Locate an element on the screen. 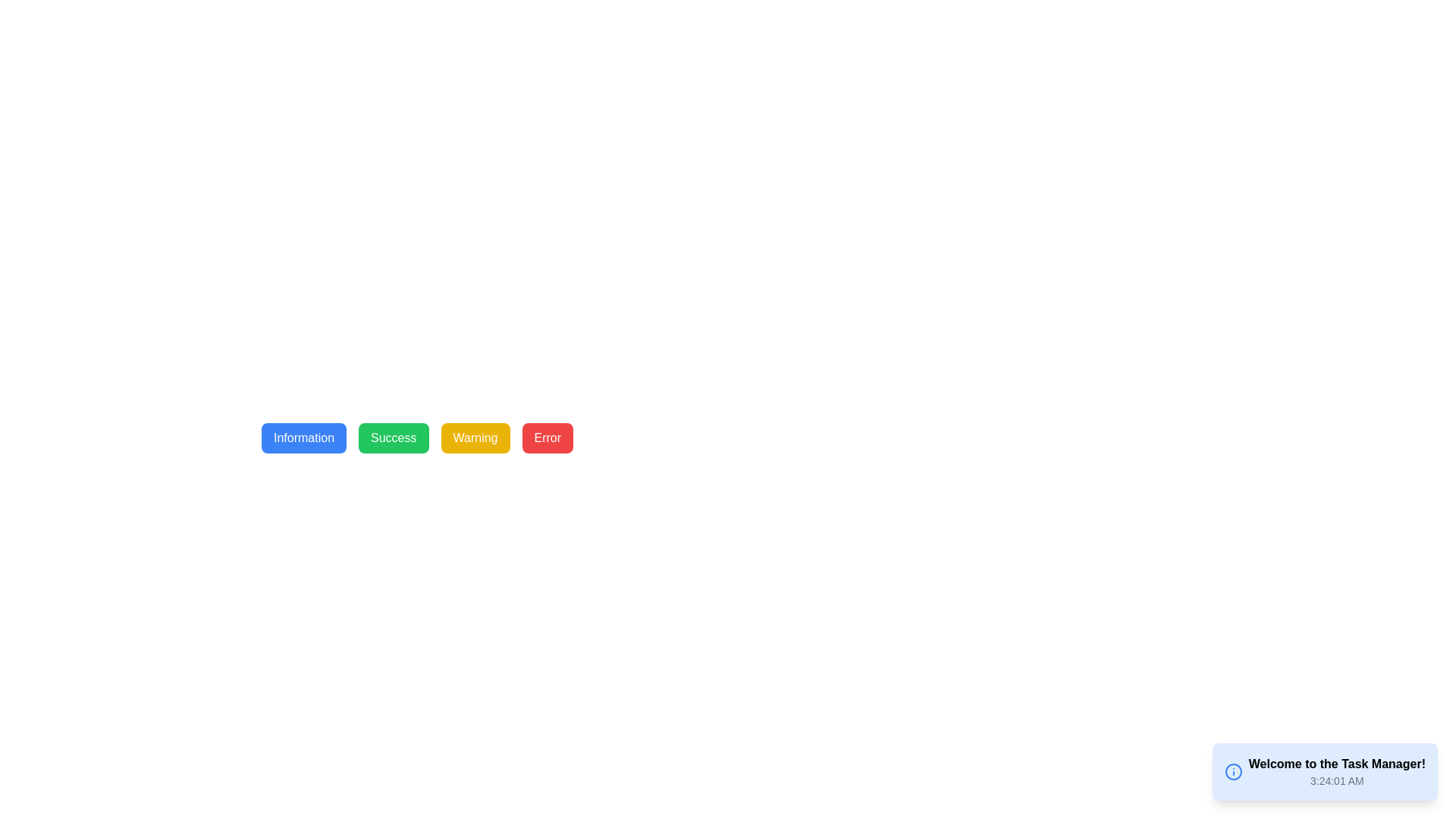 The width and height of the screenshot is (1456, 819). the yellow 'Warning' button, which is the third button in a row of four buttons is located at coordinates (475, 438).